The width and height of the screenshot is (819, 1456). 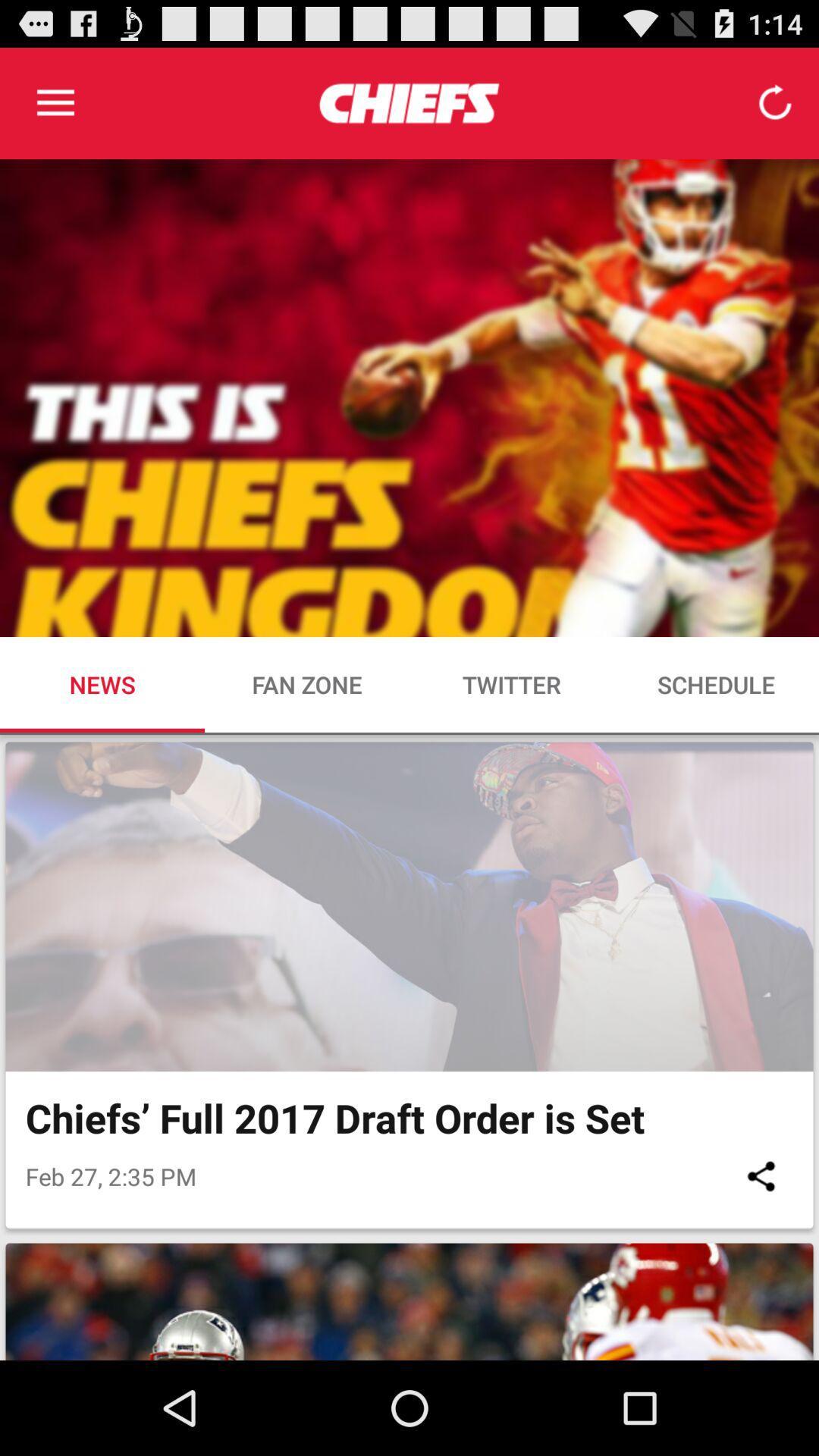 What do you see at coordinates (761, 1175) in the screenshot?
I see `the item to the right of feb 27 2 icon` at bounding box center [761, 1175].